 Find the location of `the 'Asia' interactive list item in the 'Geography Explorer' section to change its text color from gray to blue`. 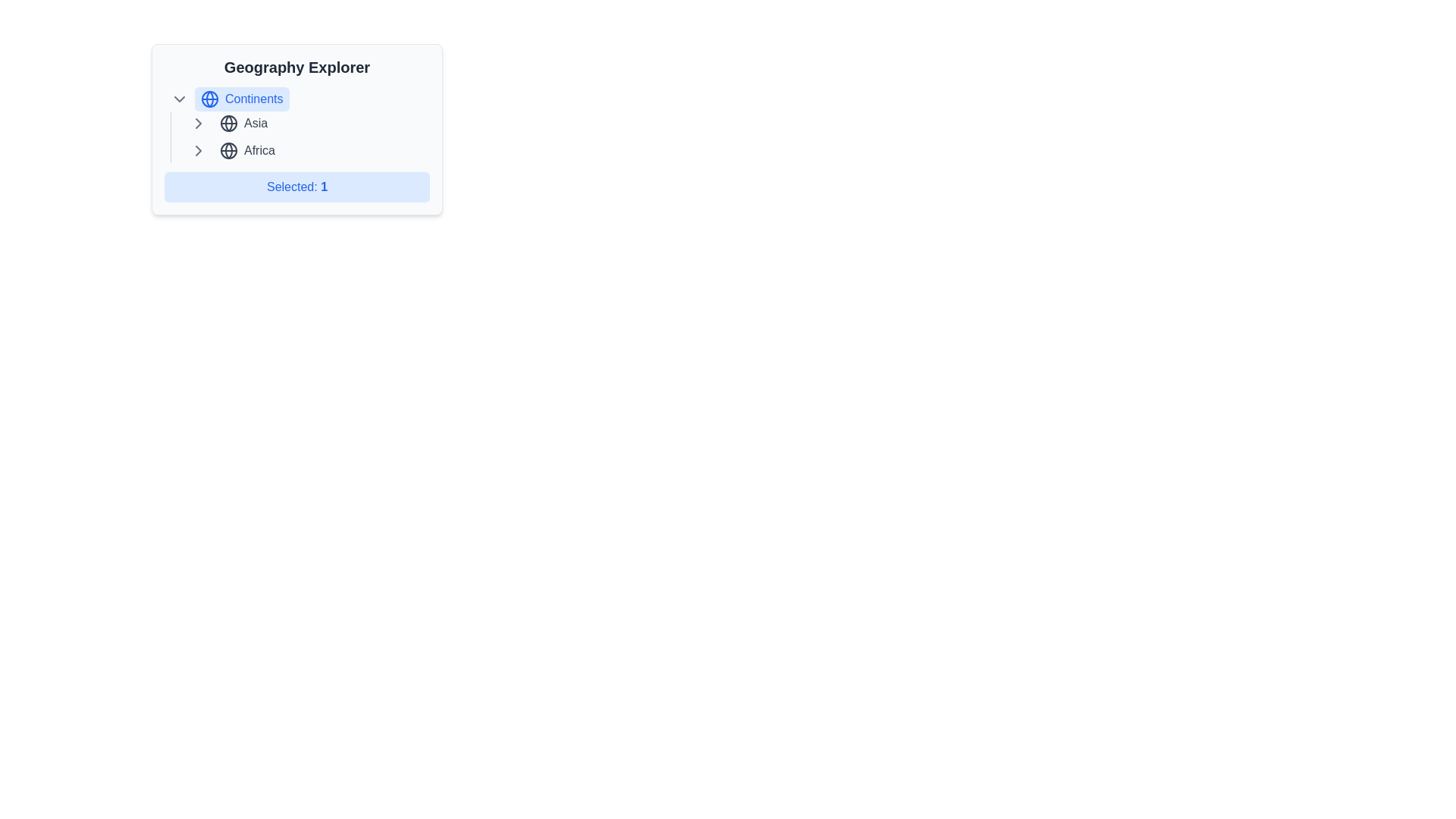

the 'Asia' interactive list item in the 'Geography Explorer' section to change its text color from gray to blue is located at coordinates (243, 122).